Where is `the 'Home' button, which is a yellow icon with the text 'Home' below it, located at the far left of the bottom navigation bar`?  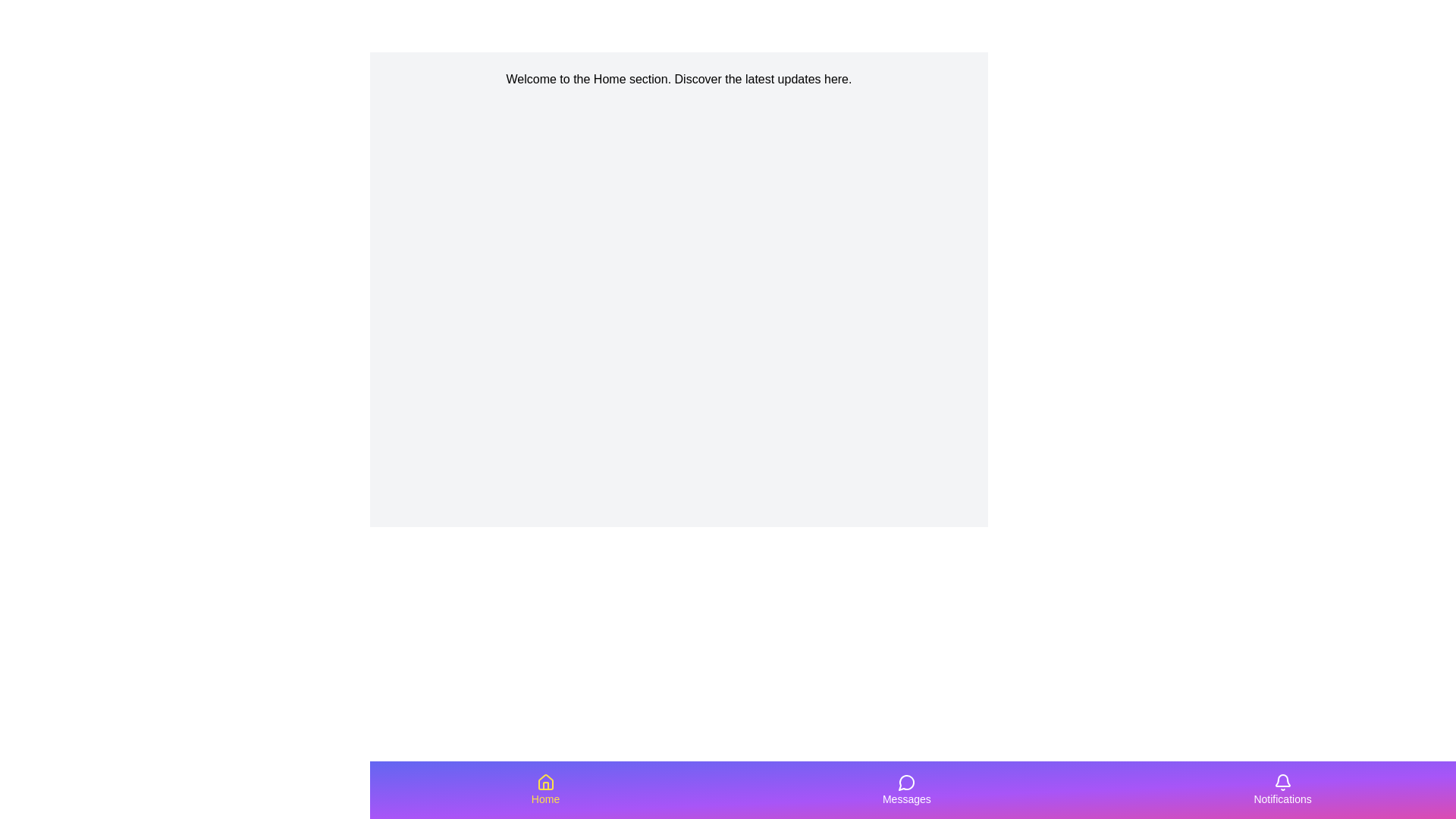
the 'Home' button, which is a yellow icon with the text 'Home' below it, located at the far left of the bottom navigation bar is located at coordinates (545, 789).